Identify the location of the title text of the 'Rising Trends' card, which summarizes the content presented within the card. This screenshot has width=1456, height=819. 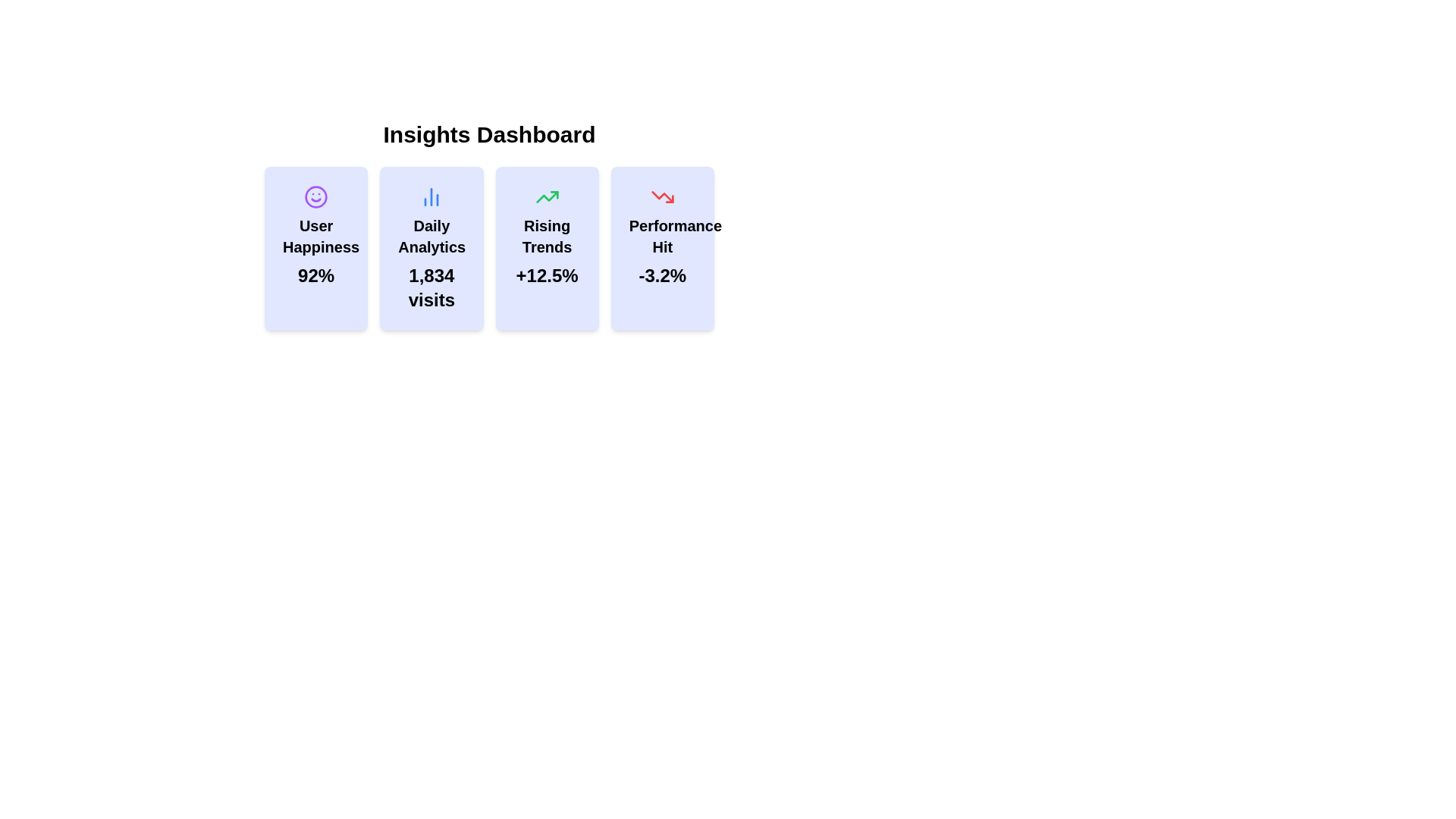
(546, 237).